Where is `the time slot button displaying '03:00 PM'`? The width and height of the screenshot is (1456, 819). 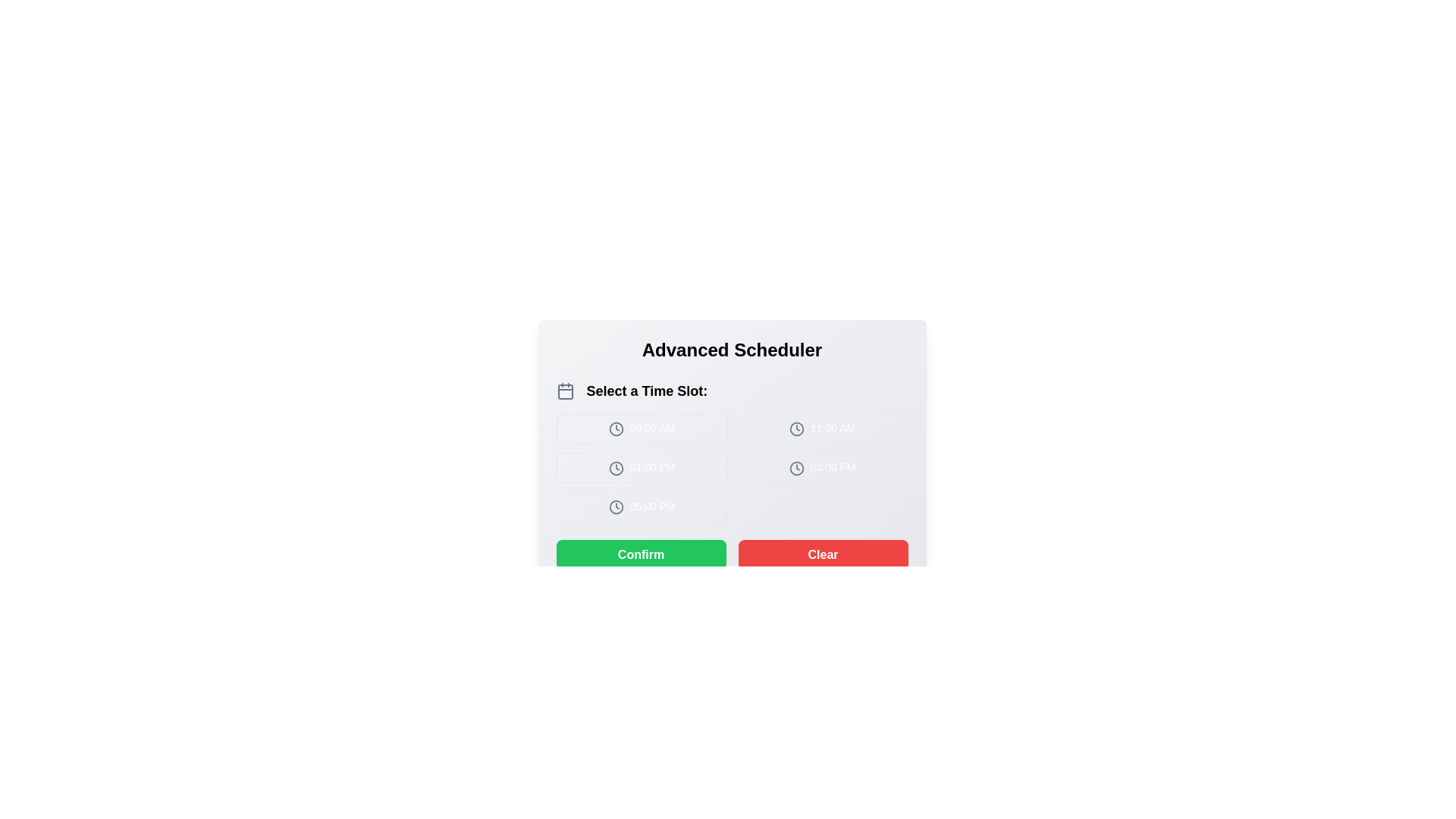 the time slot button displaying '03:00 PM' is located at coordinates (821, 467).